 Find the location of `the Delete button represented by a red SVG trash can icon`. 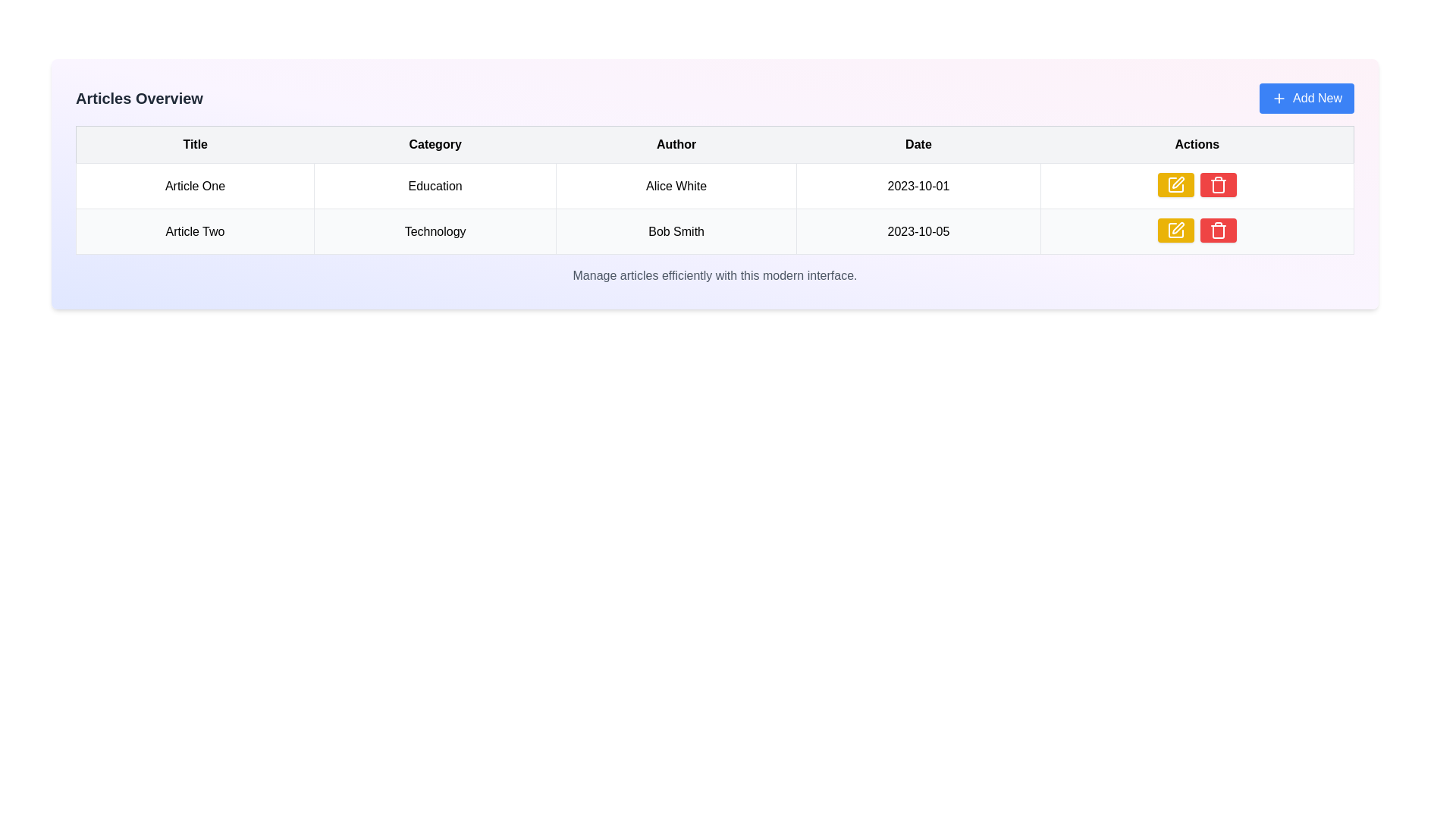

the Delete button represented by a red SVG trash can icon is located at coordinates (1219, 231).